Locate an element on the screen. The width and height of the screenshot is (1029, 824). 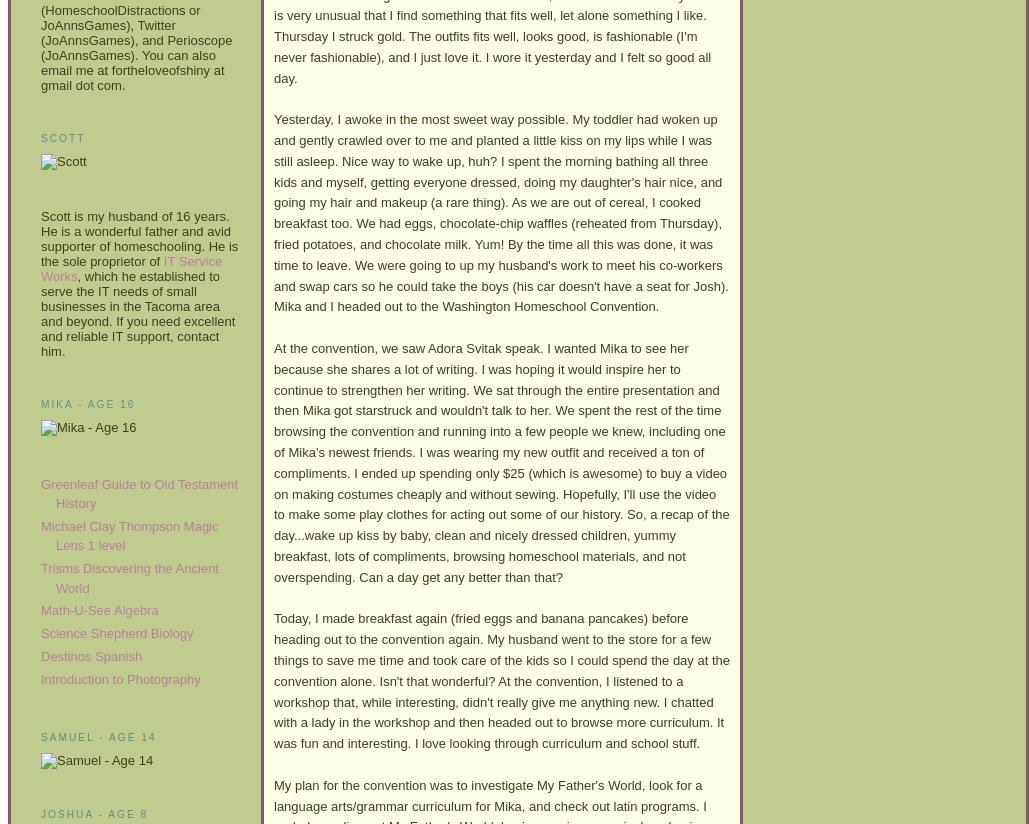
'Scott is my husband of 16 years.  He is a wonderful father and avid supporter of homeschooling.  He is the sole proprietor of' is located at coordinates (138, 236).